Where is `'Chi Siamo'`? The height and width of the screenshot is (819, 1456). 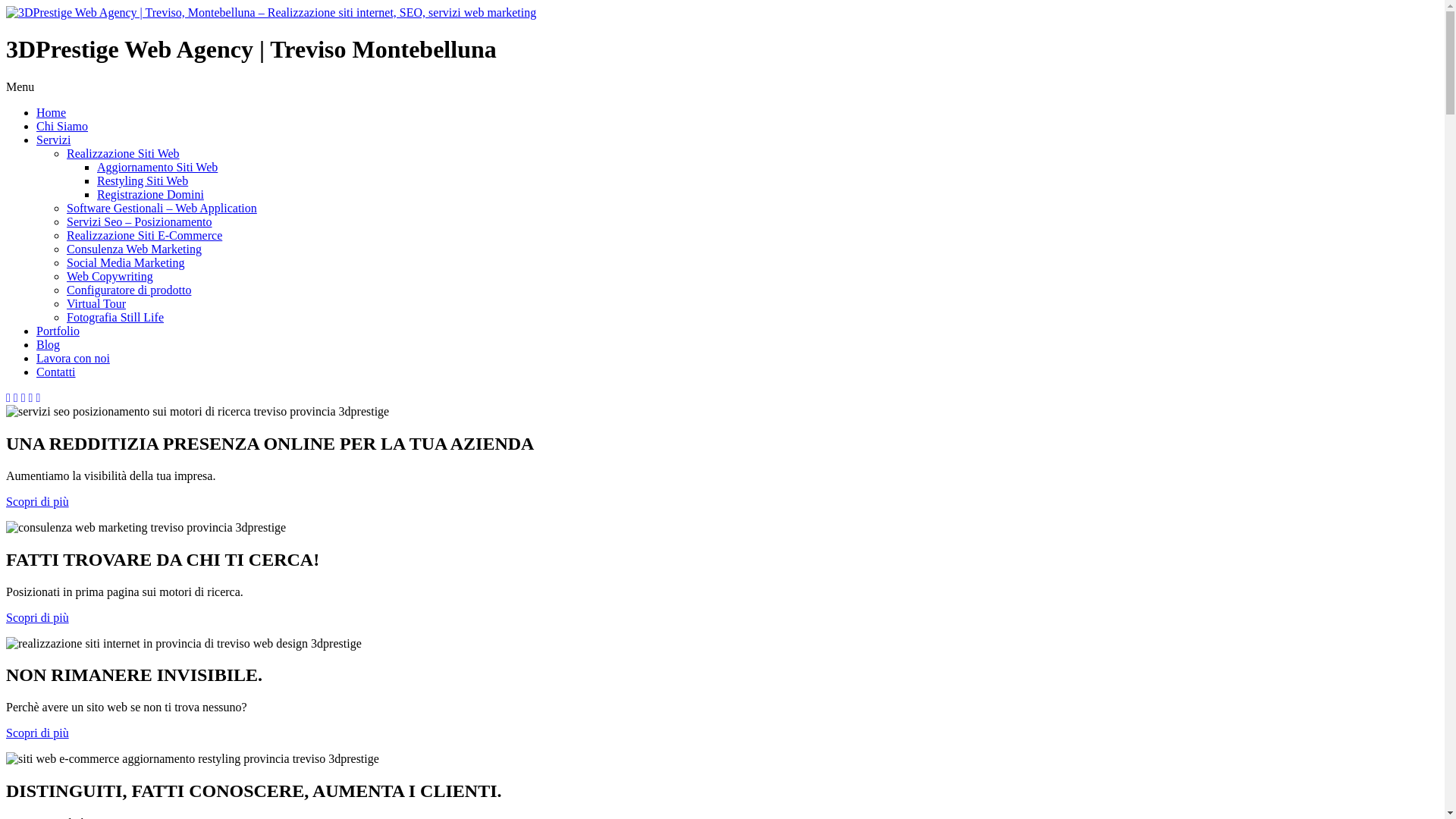
'Chi Siamo' is located at coordinates (61, 125).